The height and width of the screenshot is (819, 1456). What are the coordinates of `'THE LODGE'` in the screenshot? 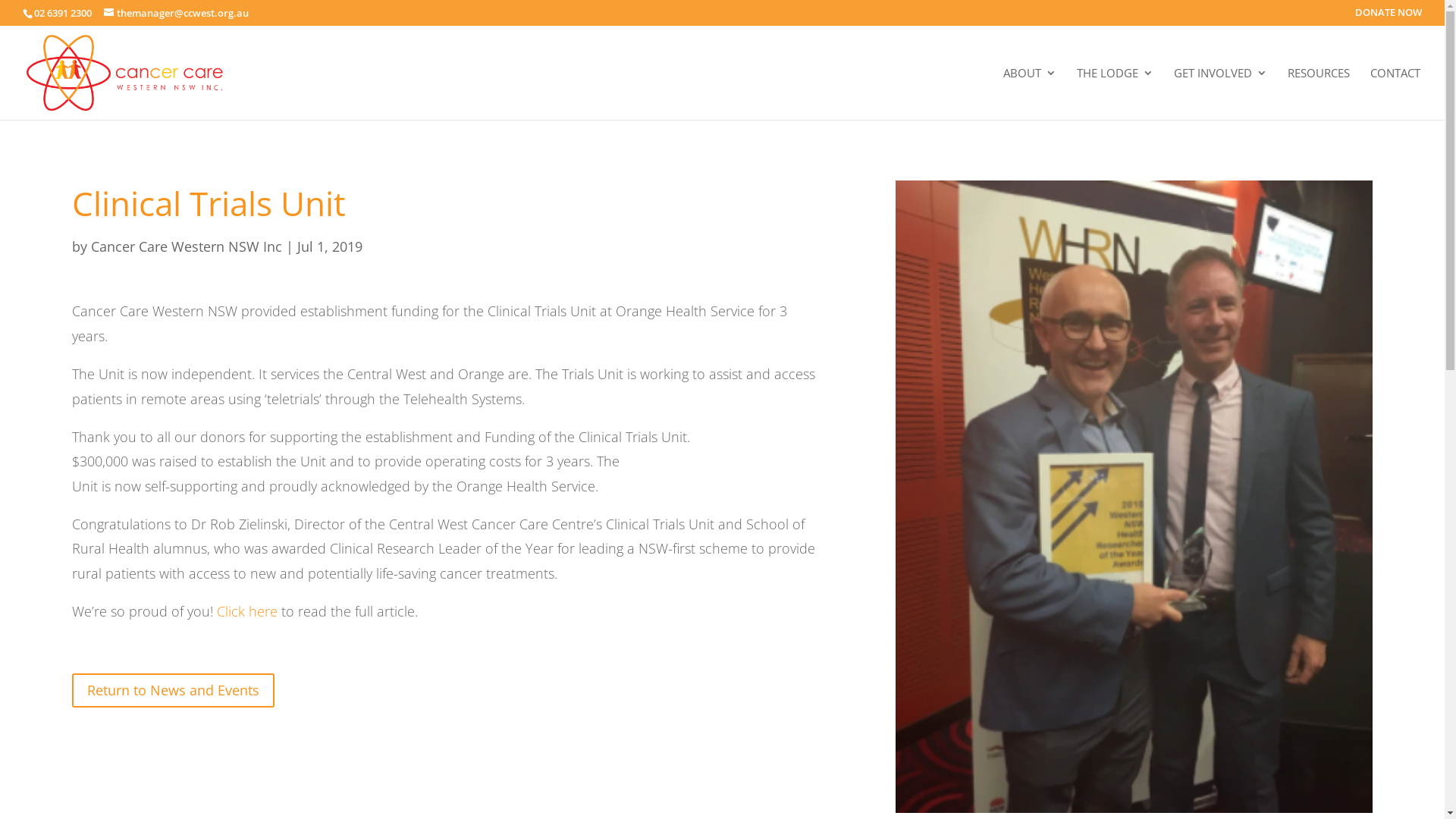 It's located at (1115, 93).